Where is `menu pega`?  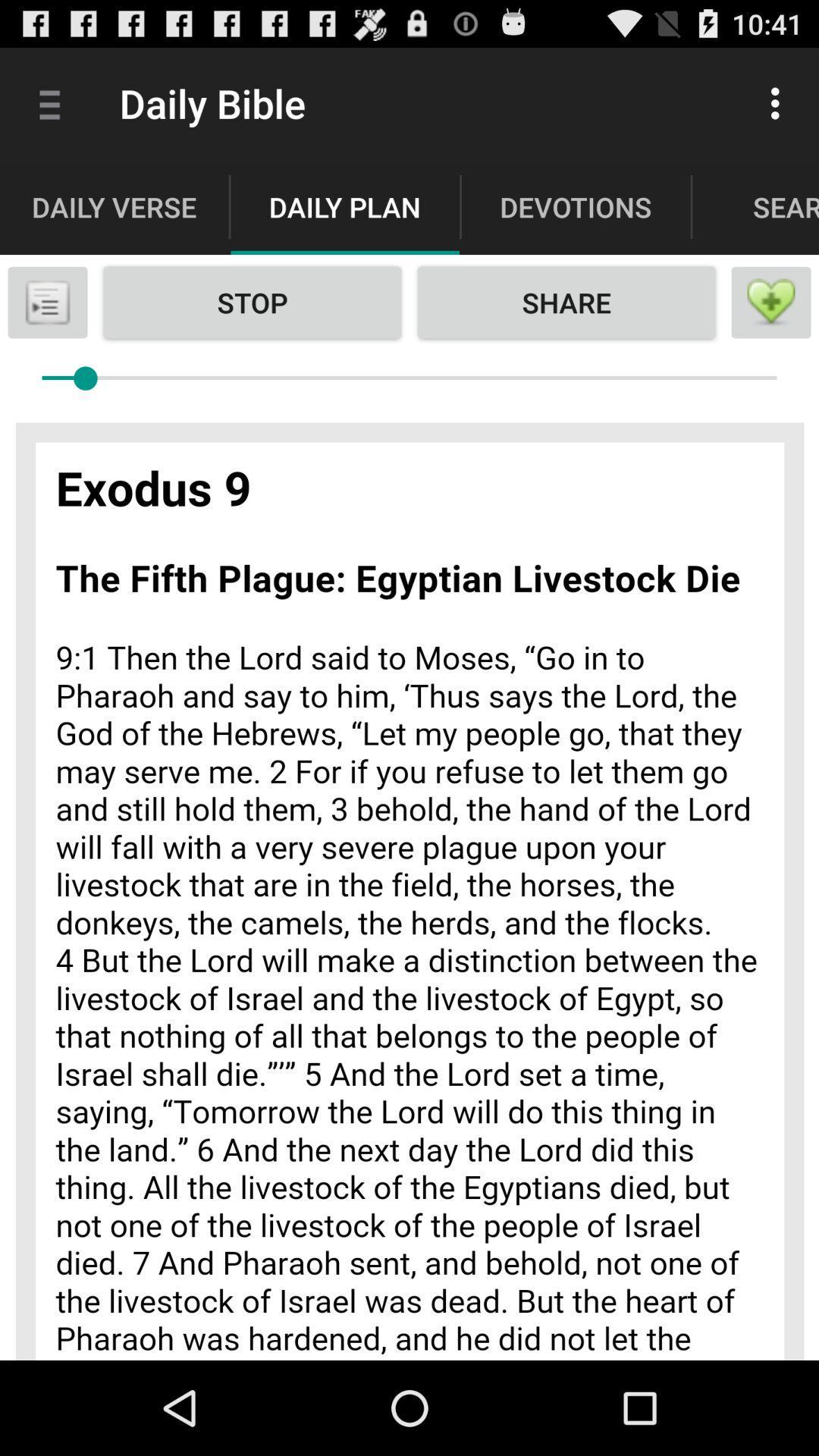
menu pega is located at coordinates (46, 302).